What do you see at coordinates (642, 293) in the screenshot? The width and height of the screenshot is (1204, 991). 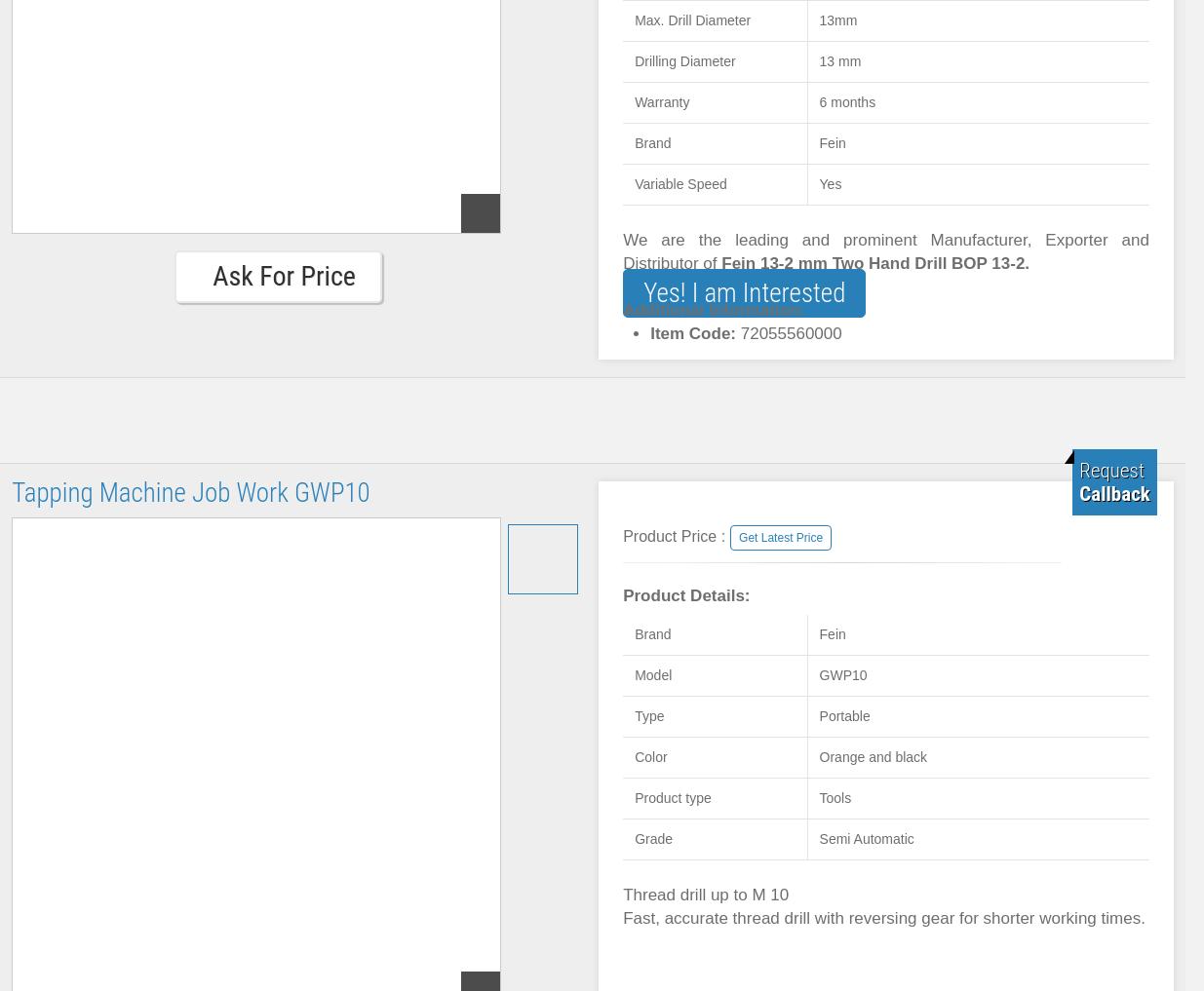 I see `'Yes! I am Interested'` at bounding box center [642, 293].